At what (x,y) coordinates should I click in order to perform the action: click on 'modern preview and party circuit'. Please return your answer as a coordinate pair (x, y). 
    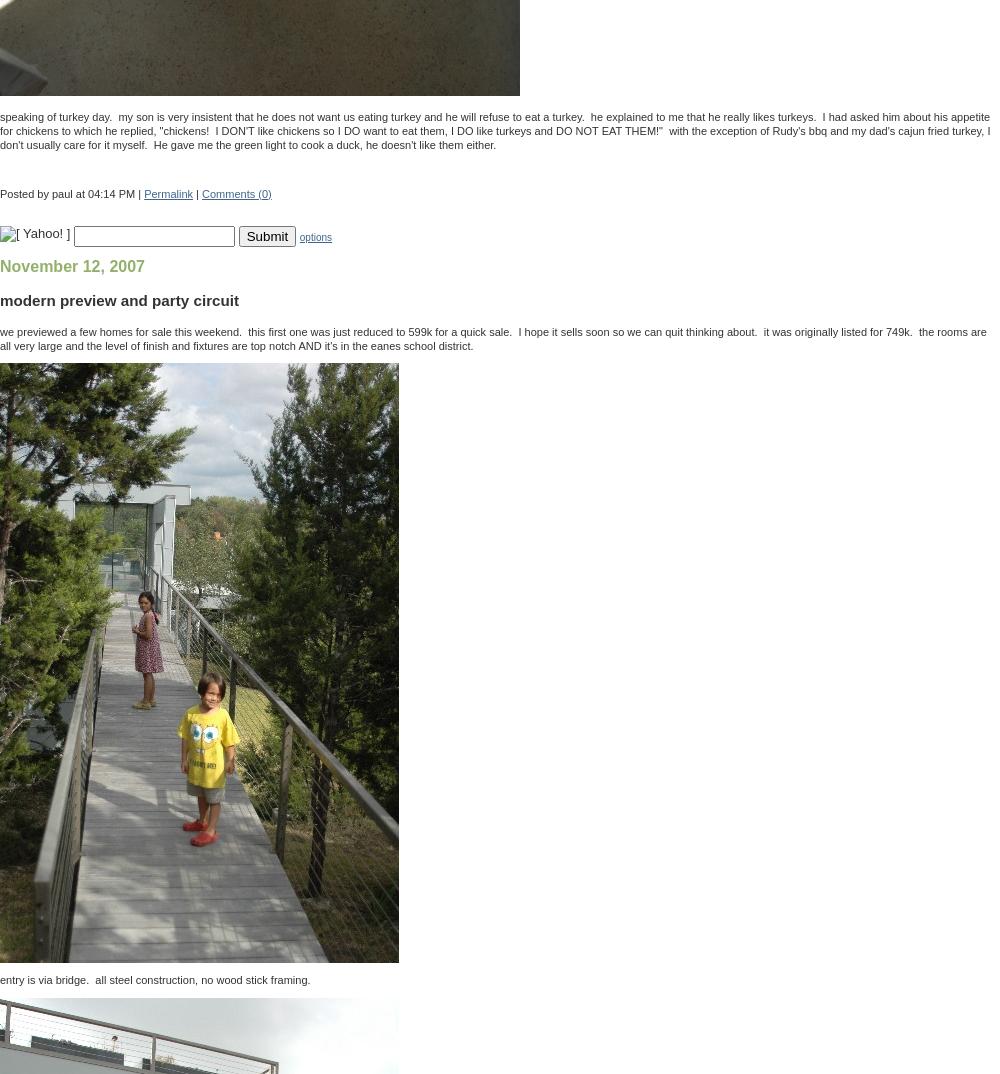
    Looking at the image, I should click on (118, 300).